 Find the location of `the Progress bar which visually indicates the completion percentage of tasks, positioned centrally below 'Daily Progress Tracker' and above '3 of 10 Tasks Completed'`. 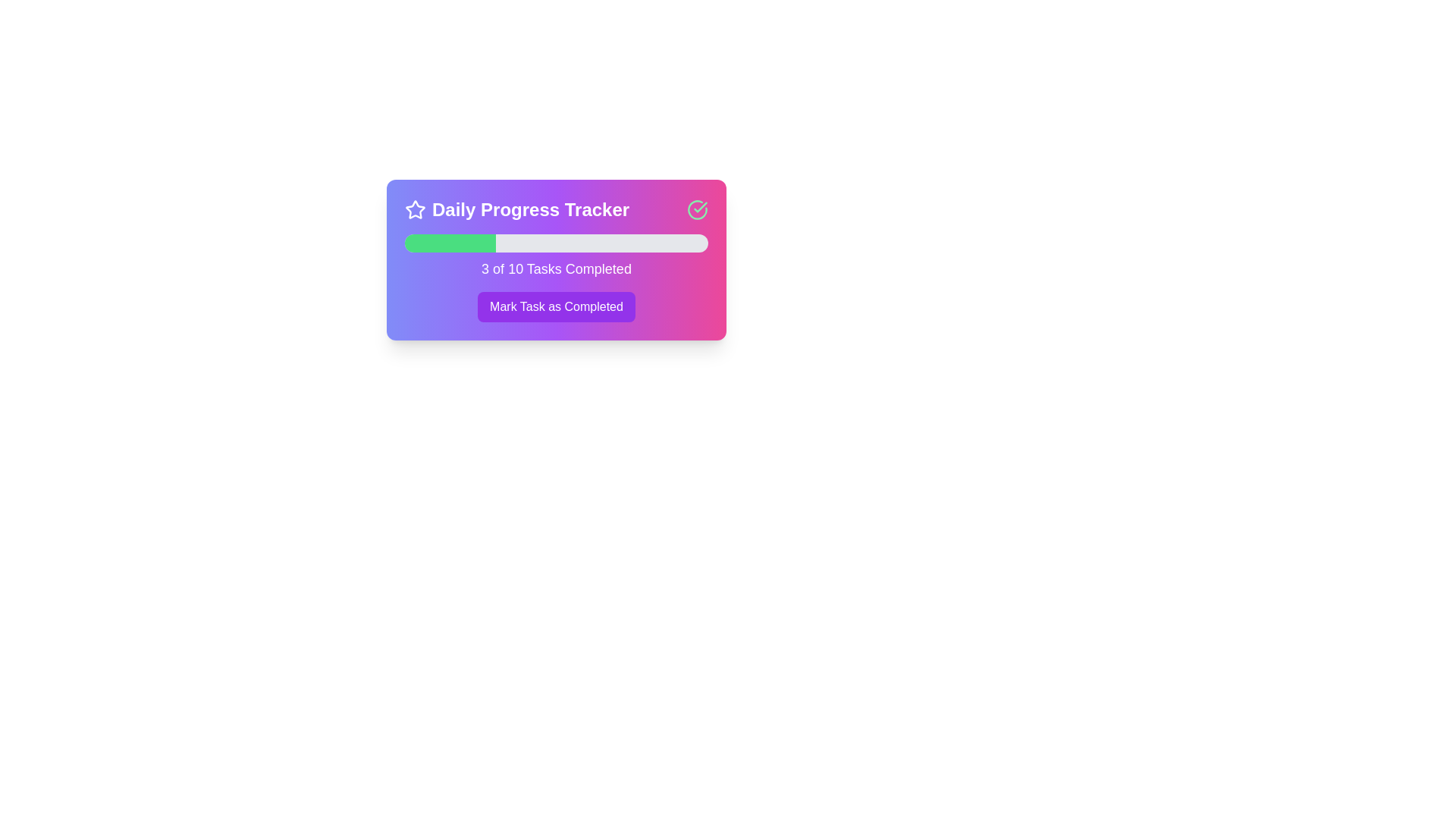

the Progress bar which visually indicates the completion percentage of tasks, positioned centrally below 'Daily Progress Tracker' and above '3 of 10 Tasks Completed' is located at coordinates (556, 242).